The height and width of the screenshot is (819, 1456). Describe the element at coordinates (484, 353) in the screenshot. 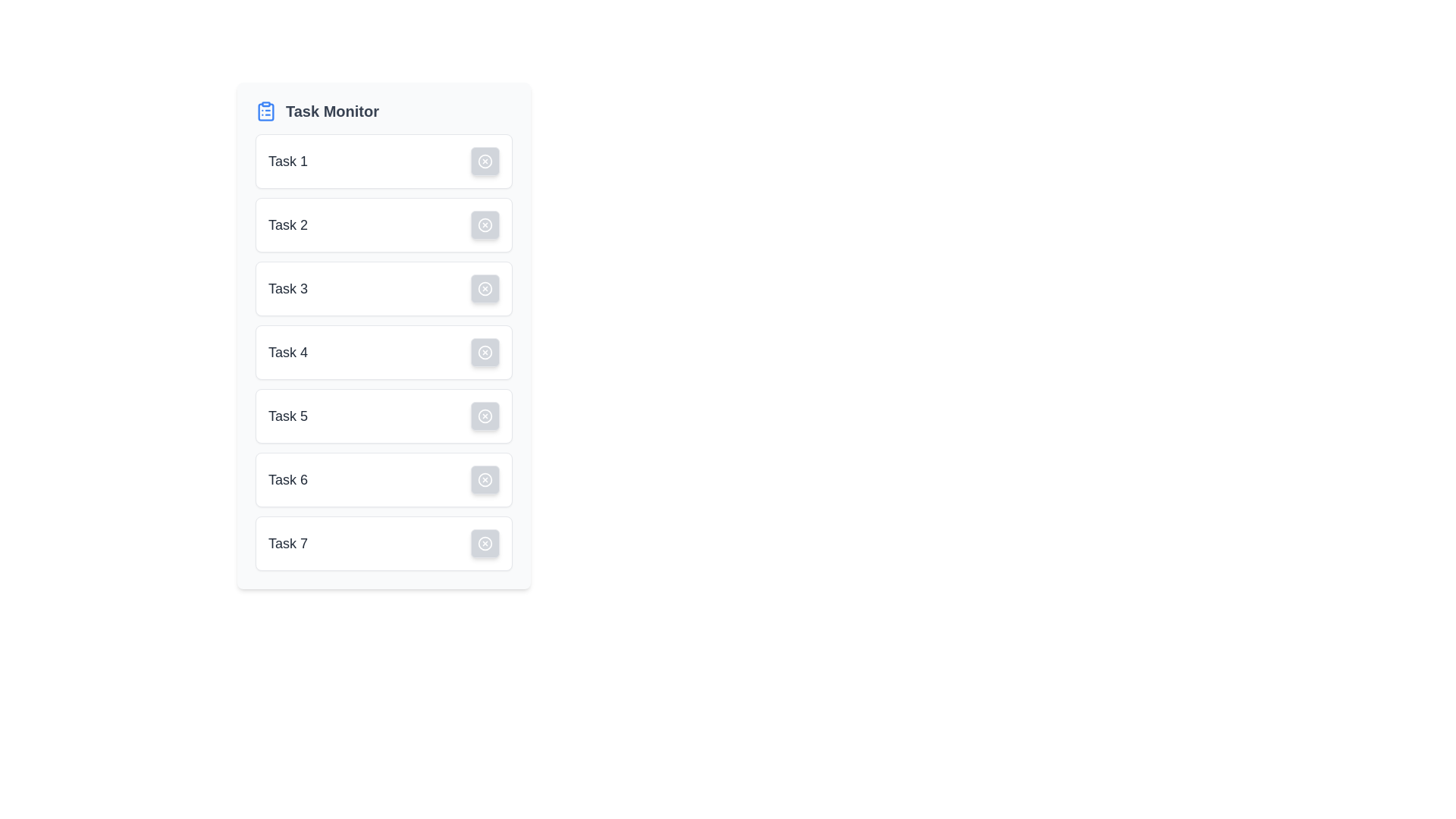

I see `the rounded button with a circular border and an 'X' shape in the center located in the 'Task Monitor' list of Task 4` at that location.